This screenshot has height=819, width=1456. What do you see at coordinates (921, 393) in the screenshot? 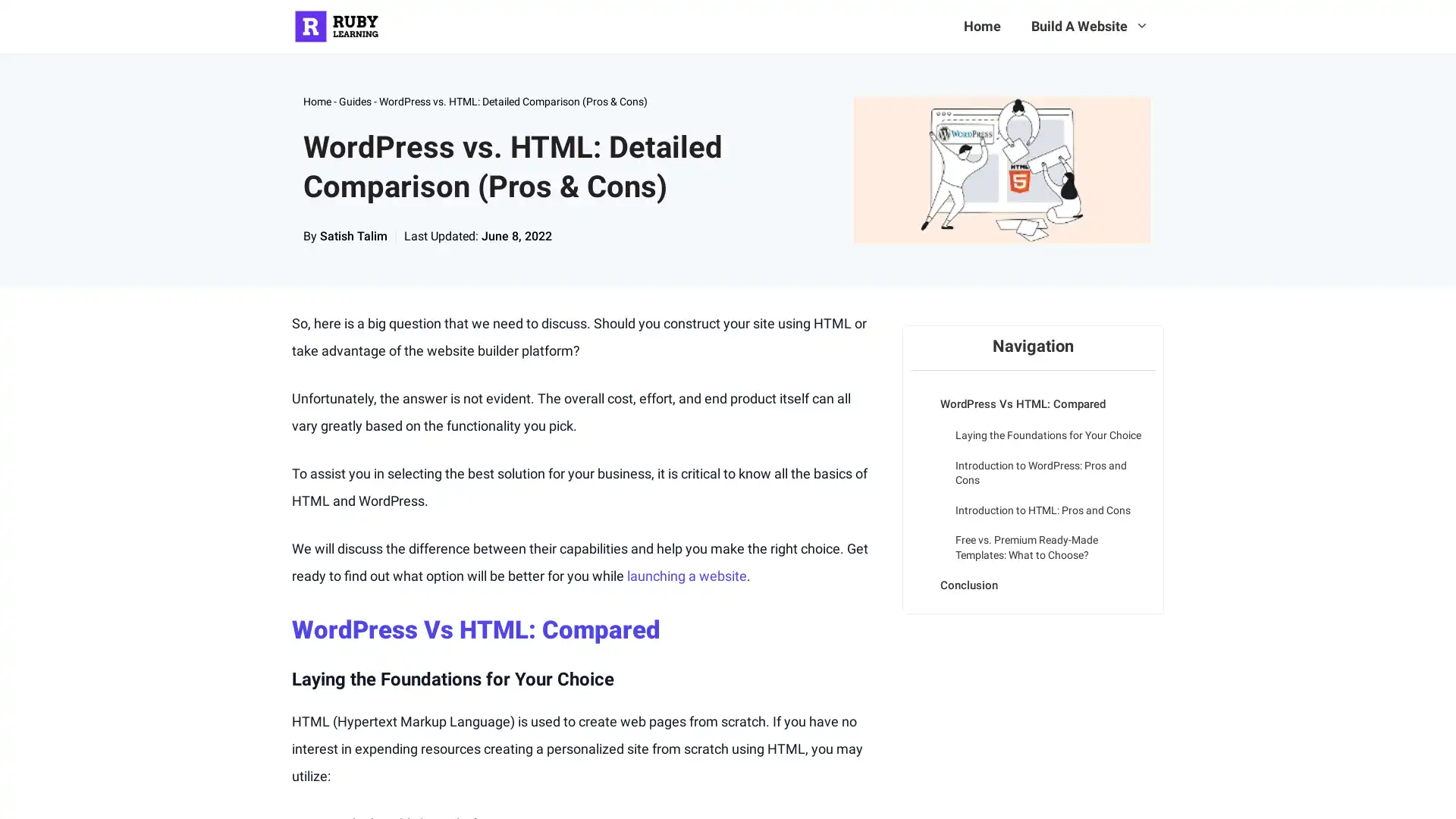
I see `Expand or collapse` at bounding box center [921, 393].